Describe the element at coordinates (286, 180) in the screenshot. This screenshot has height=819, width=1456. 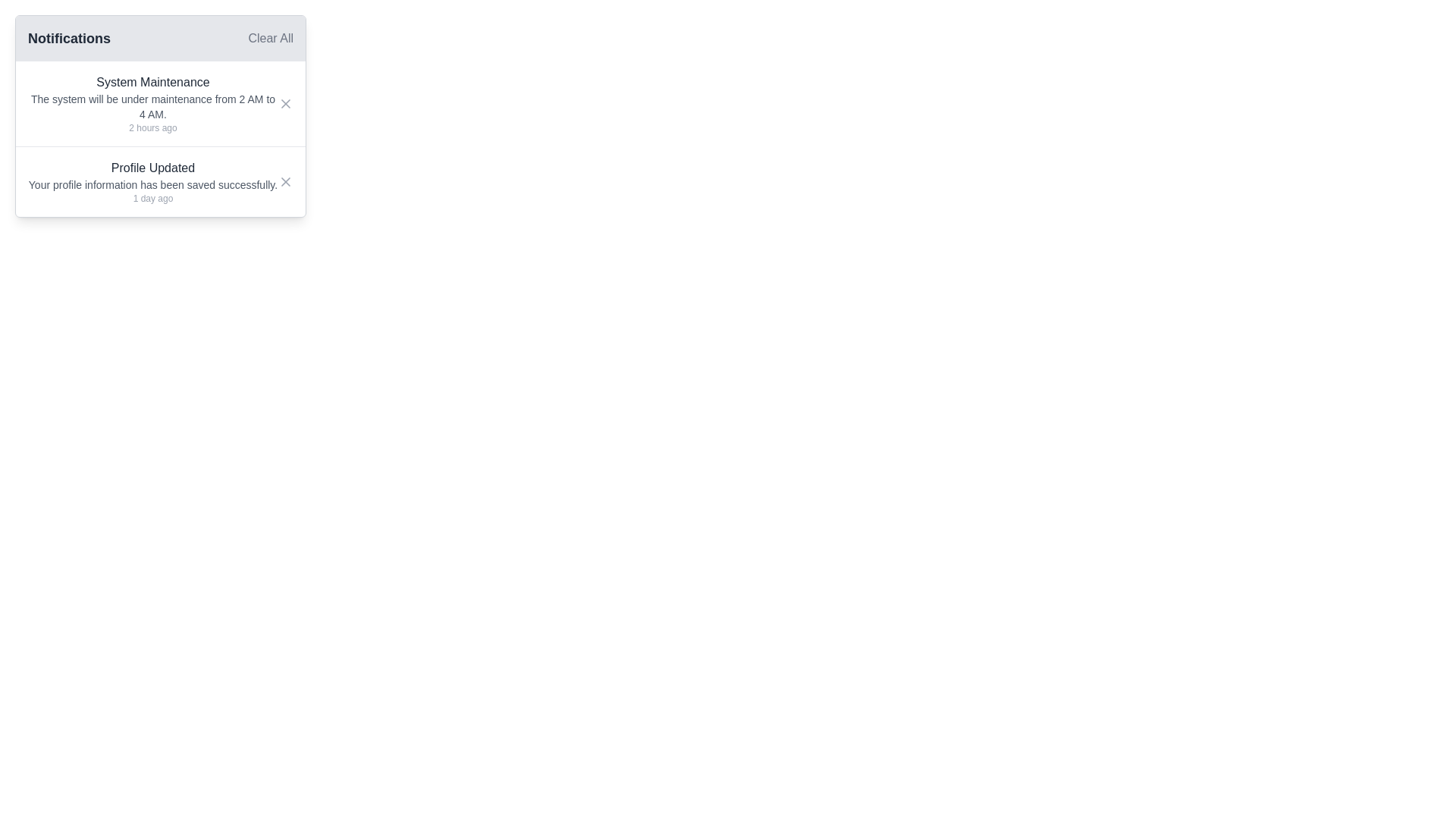
I see `the close icon button (an 'X' symbol) located at the top-right corner of the 'Profile Updated' notification card` at that location.